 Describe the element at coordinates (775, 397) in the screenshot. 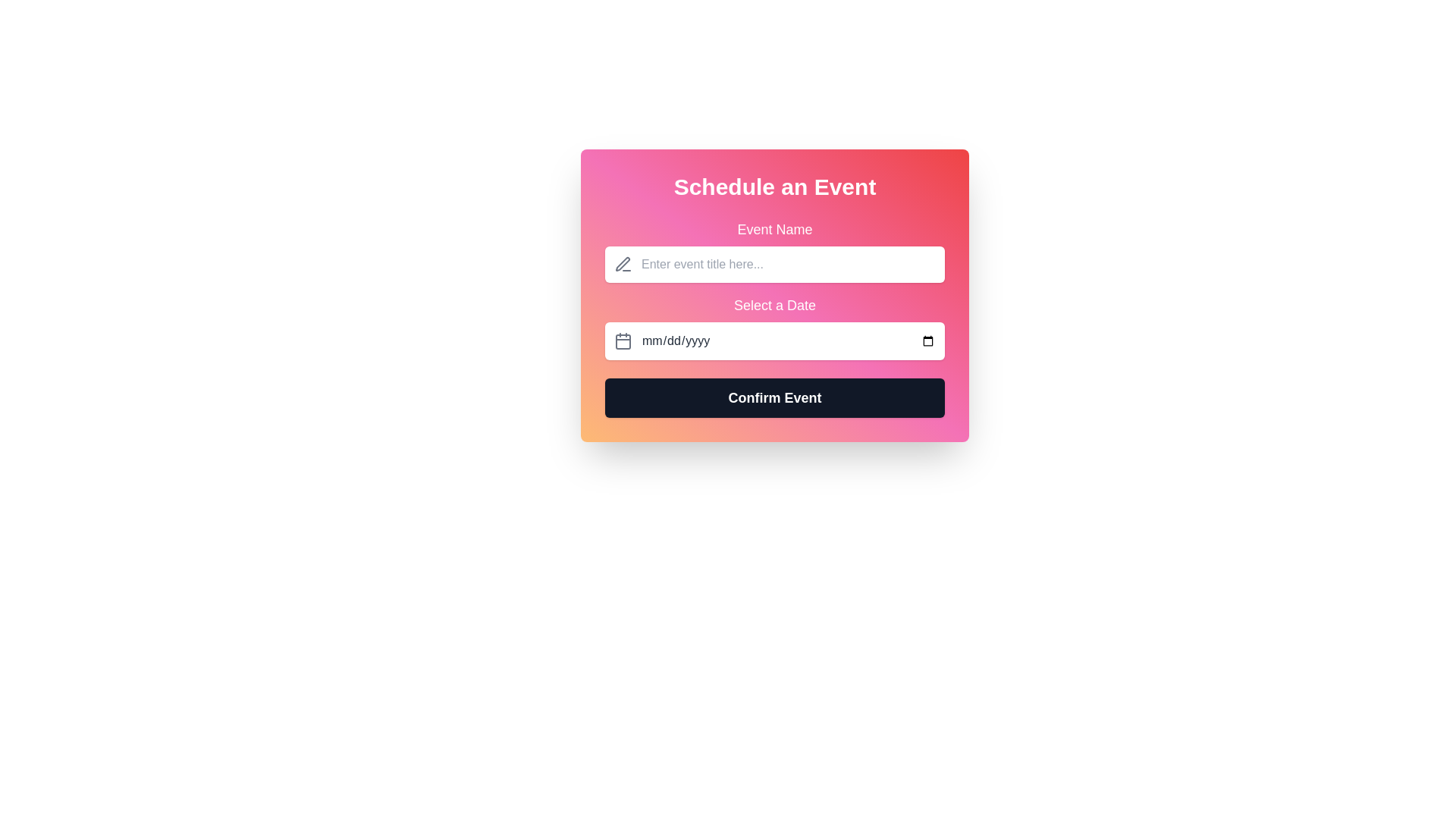

I see `the 'Confirm Event' button, which is a rectangular button with a dark background and white bold text, located at the bottom of the 'Schedule an Event' dialog box` at that location.